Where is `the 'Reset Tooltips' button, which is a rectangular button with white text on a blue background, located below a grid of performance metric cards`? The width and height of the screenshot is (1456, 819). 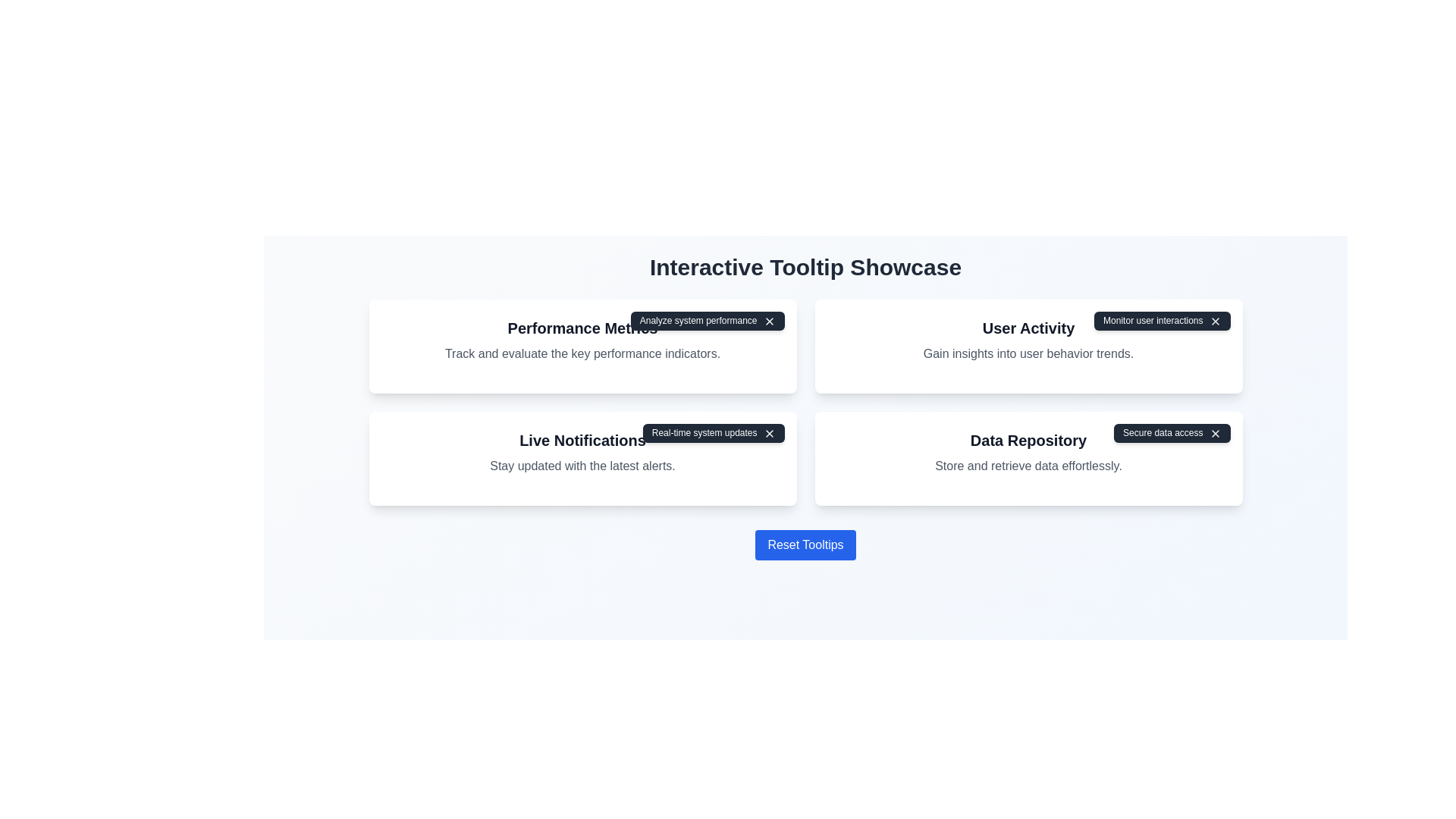 the 'Reset Tooltips' button, which is a rectangular button with white text on a blue background, located below a grid of performance metric cards is located at coordinates (805, 544).